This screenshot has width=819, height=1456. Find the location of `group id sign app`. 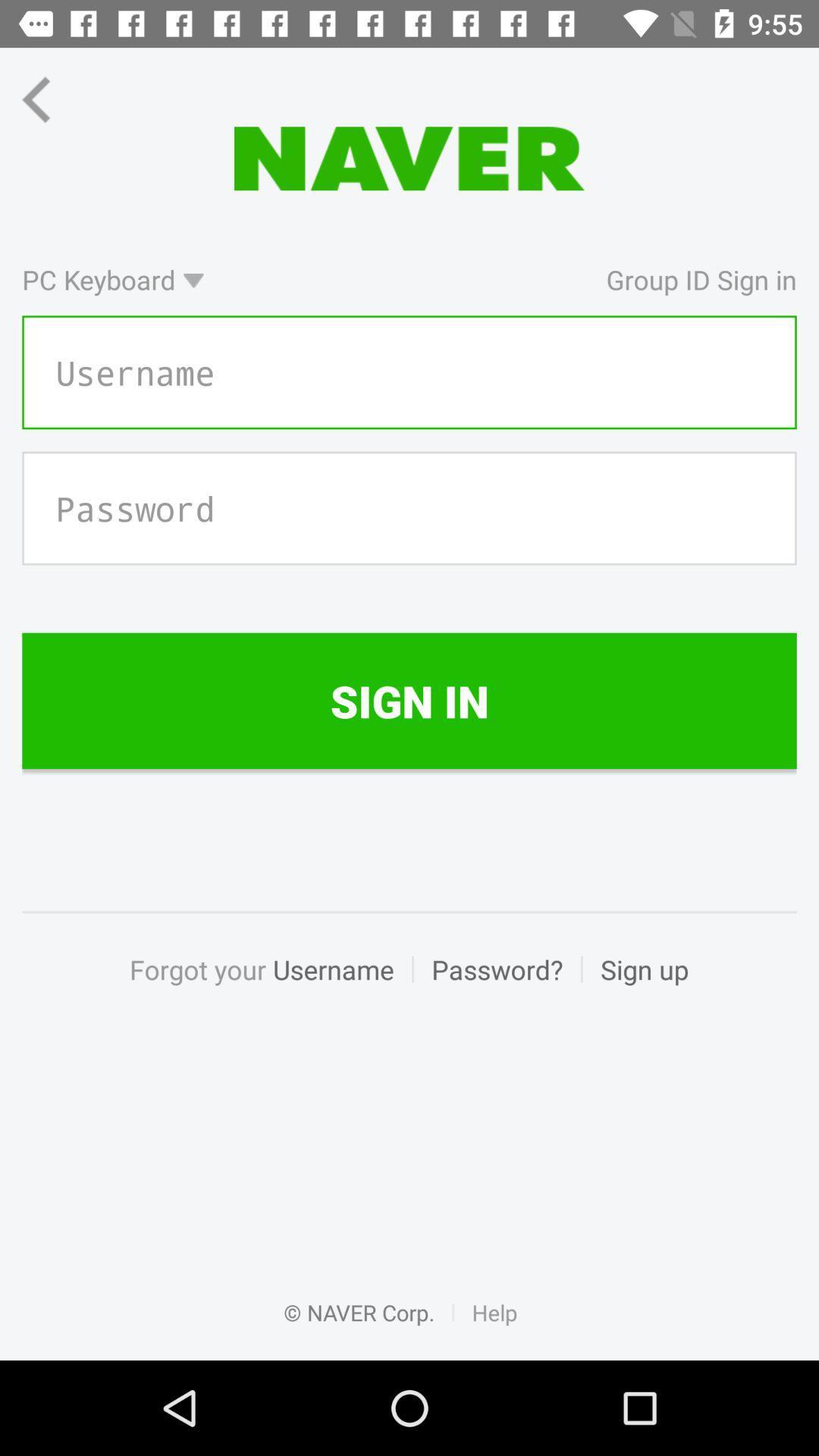

group id sign app is located at coordinates (509, 279).